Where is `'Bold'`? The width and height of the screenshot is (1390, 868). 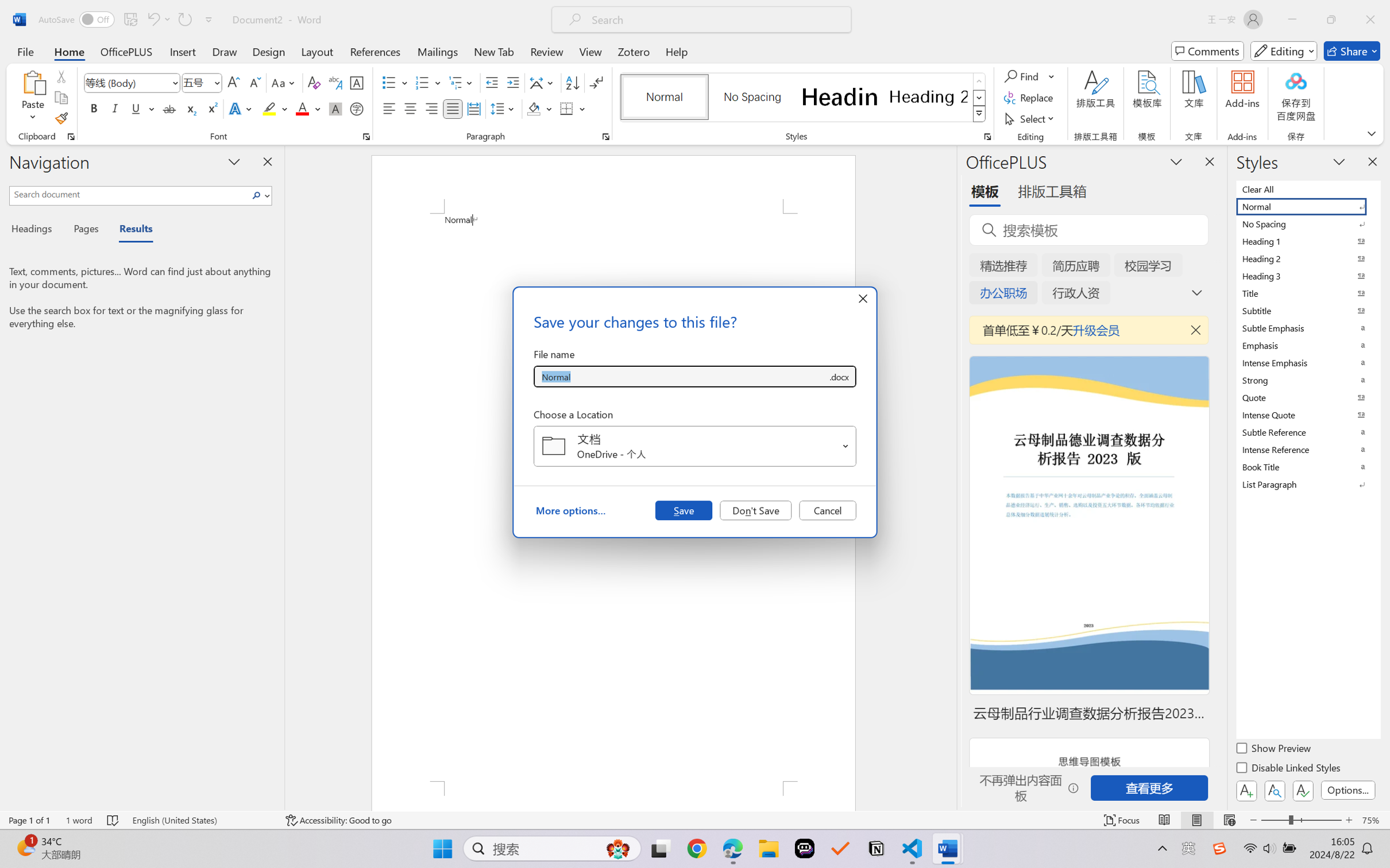
'Bold' is located at coordinates (94, 108).